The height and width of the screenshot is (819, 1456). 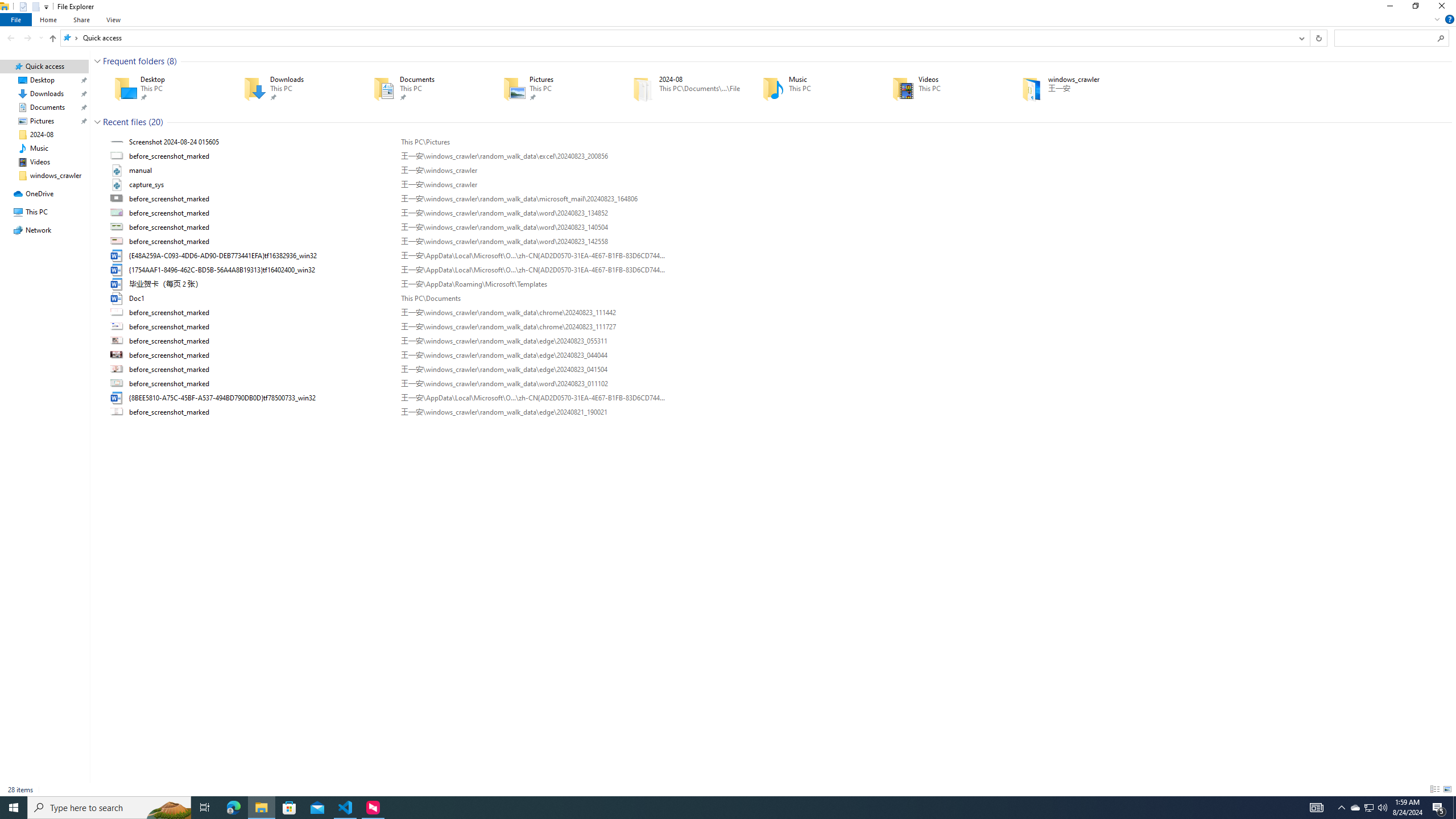 What do you see at coordinates (53, 39) in the screenshot?
I see `'Up to "Desktop" (Alt + Up Arrow)'` at bounding box center [53, 39].